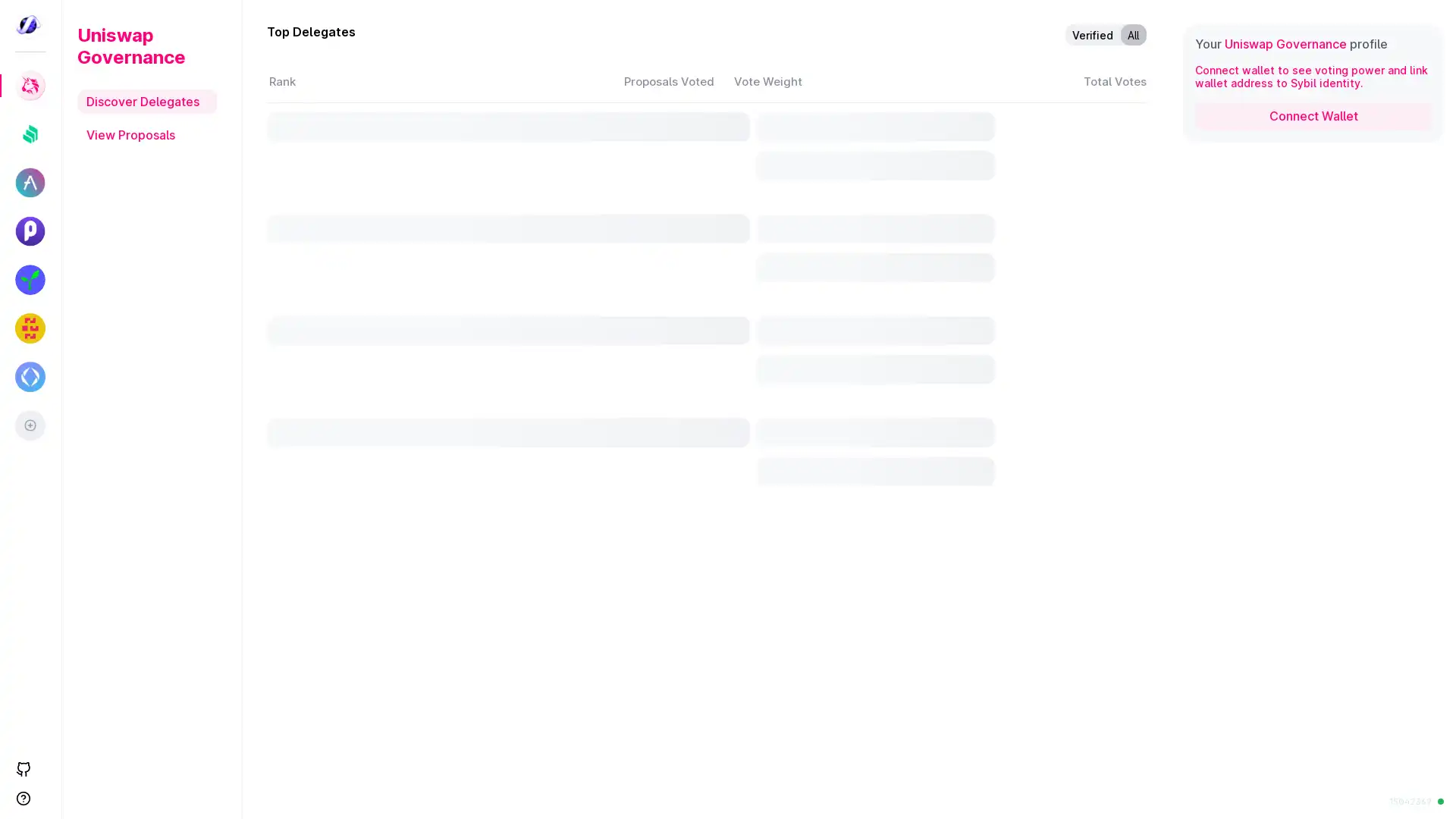 The image size is (1456, 819). I want to click on Verified All, so click(1106, 34).